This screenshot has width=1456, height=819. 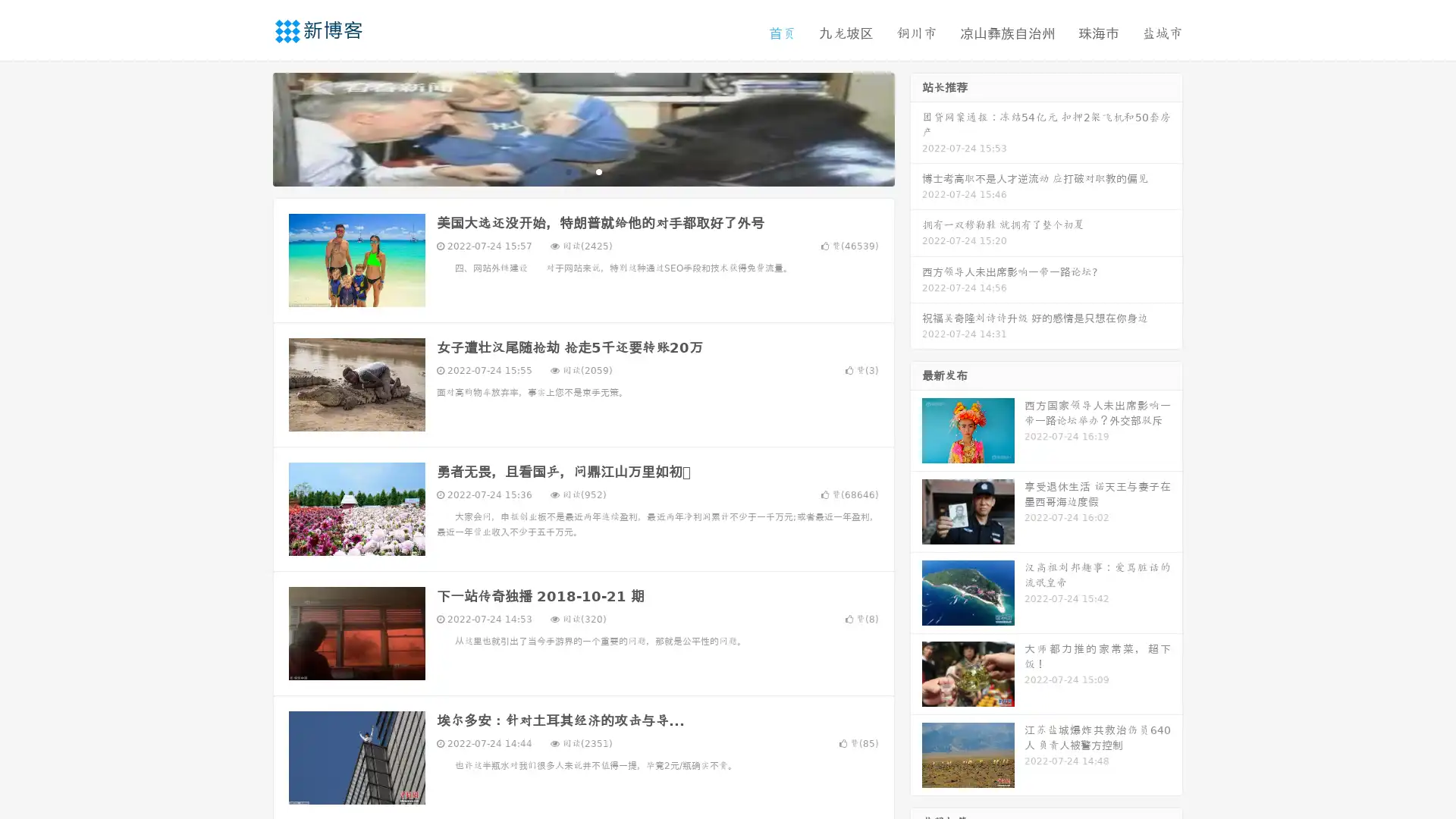 I want to click on Go to slide 1, so click(x=567, y=171).